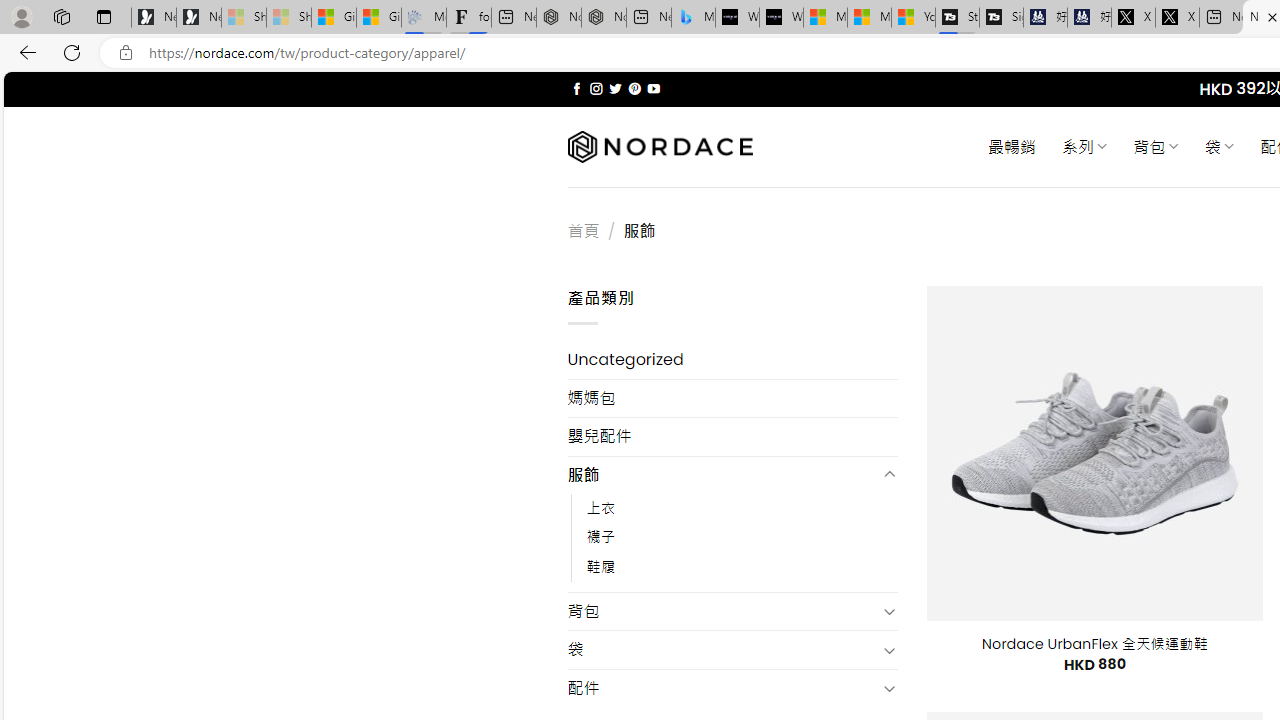  Describe the element at coordinates (731, 360) in the screenshot. I see `'Uncategorized'` at that location.